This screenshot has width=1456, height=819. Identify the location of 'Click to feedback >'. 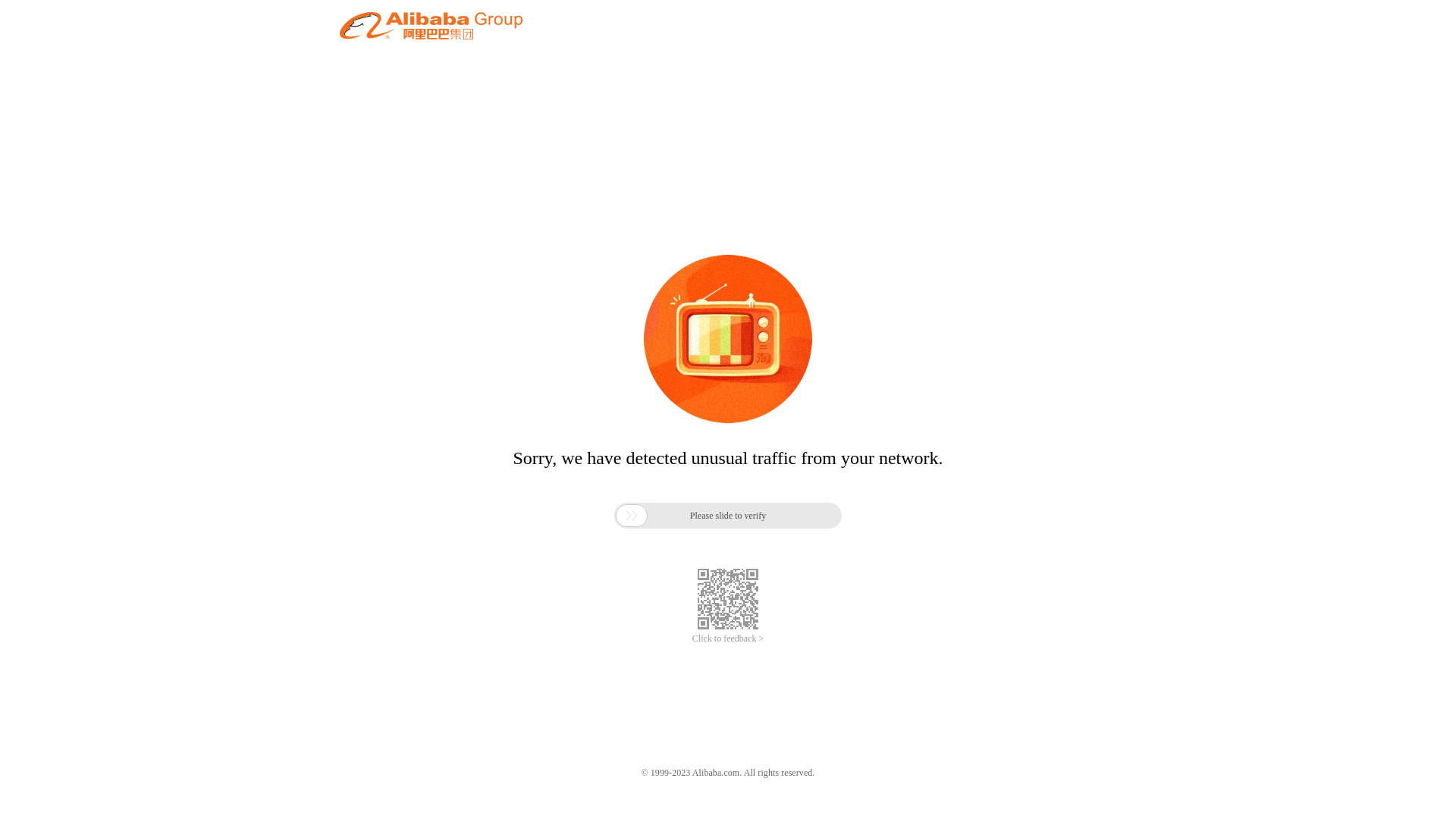
(728, 639).